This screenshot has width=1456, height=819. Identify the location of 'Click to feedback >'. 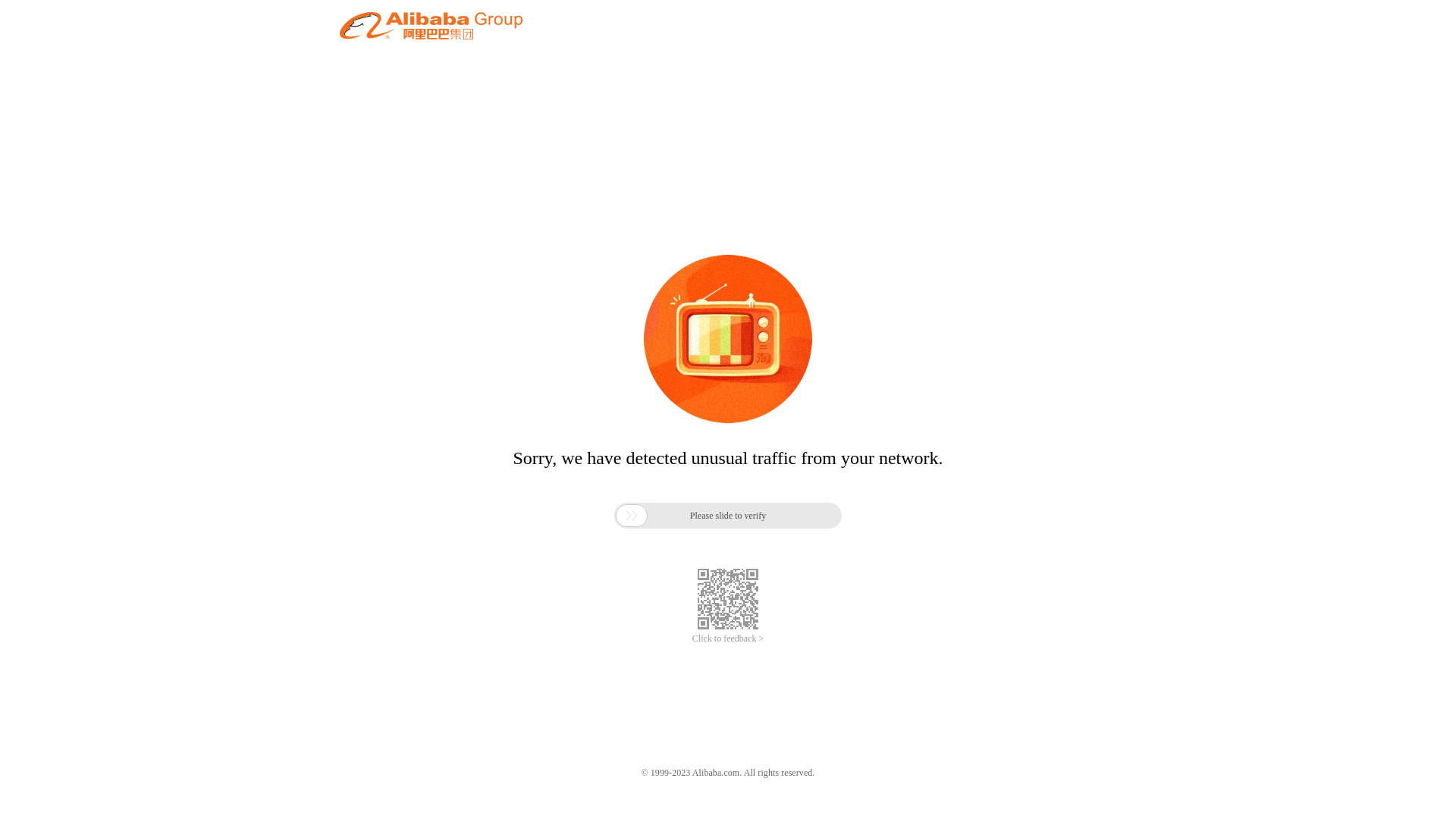
(728, 639).